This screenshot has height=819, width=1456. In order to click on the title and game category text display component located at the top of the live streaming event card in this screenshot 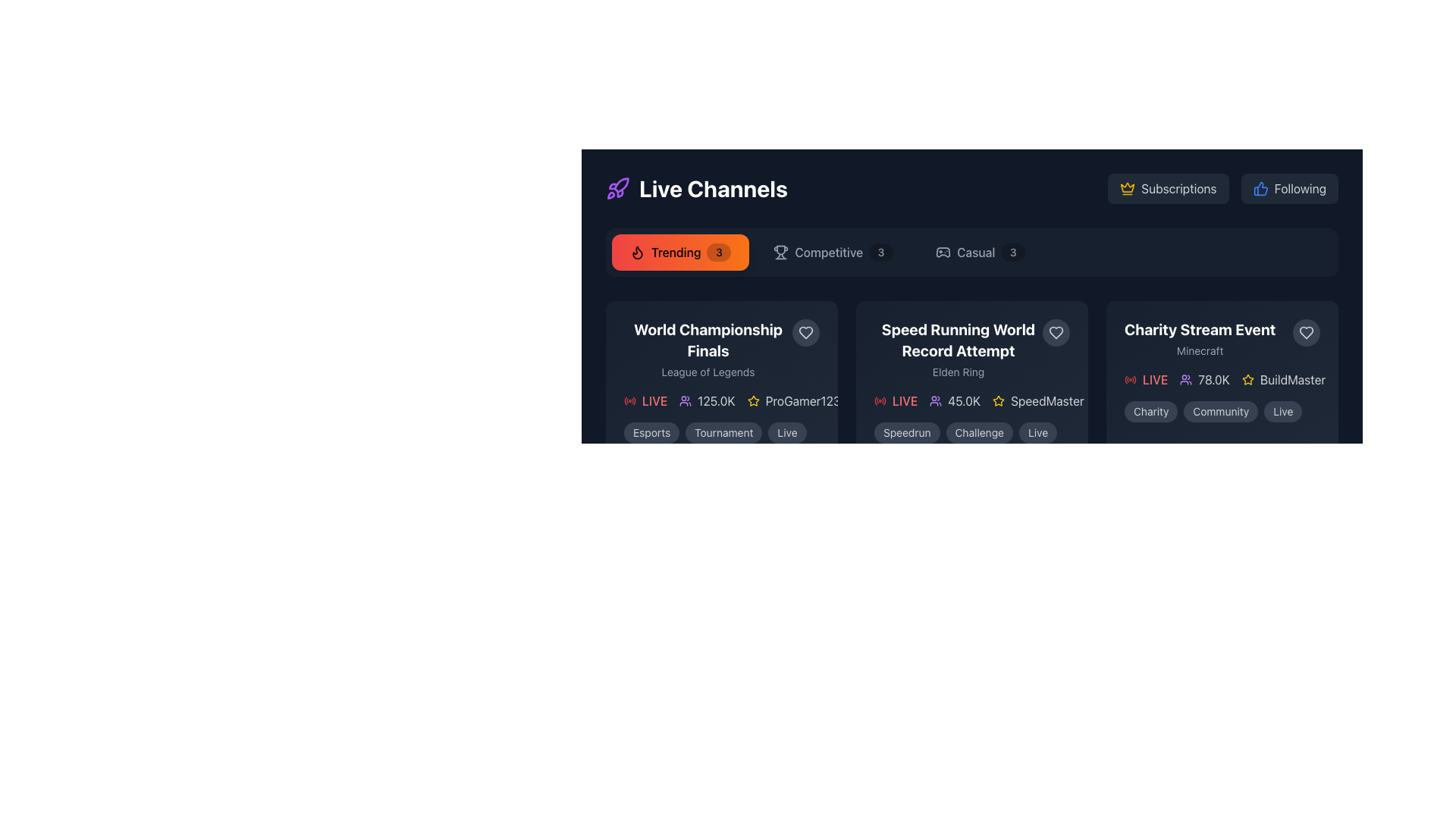, I will do `click(720, 350)`.